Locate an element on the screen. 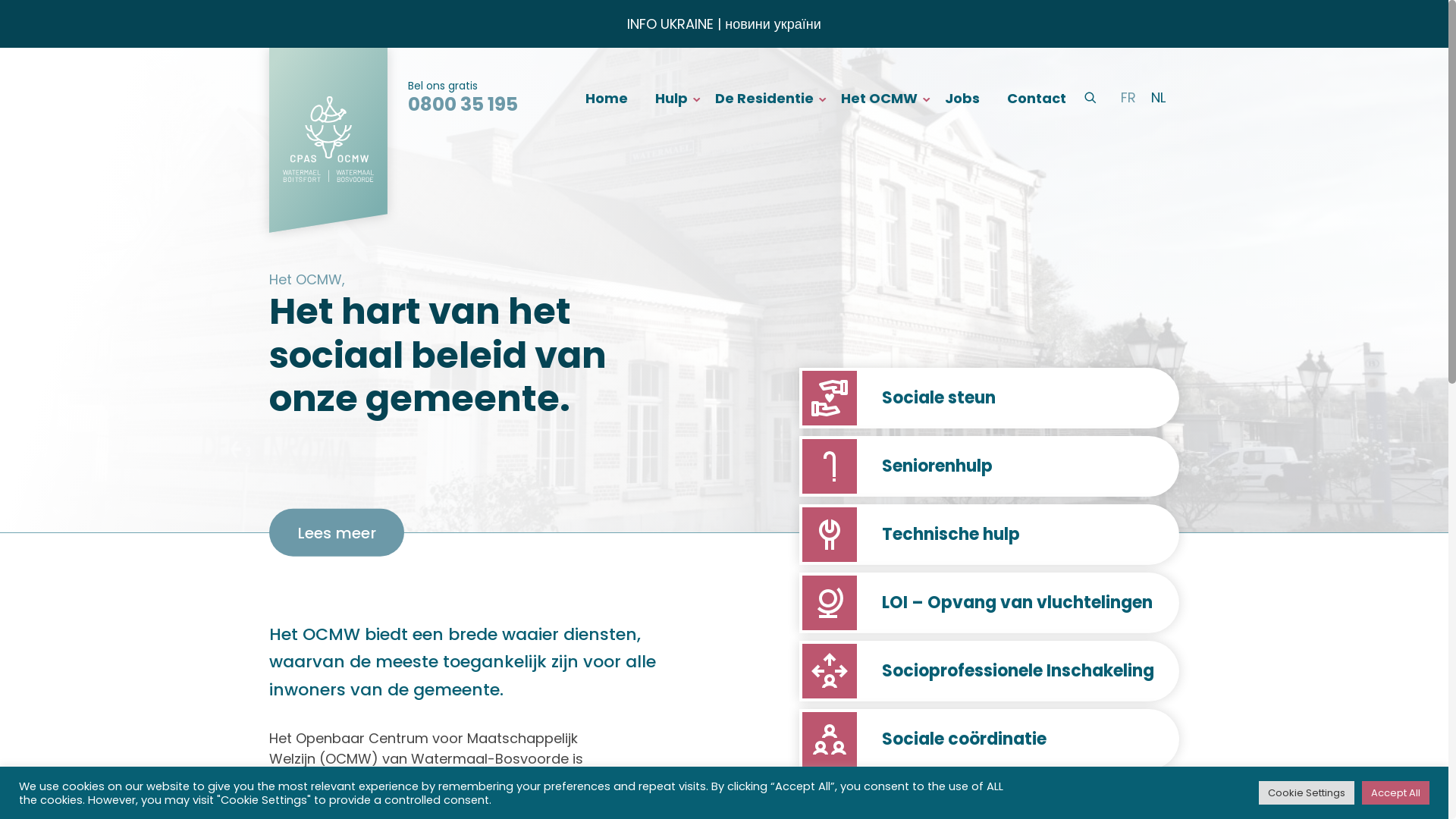 This screenshot has height=819, width=1456. 'Accept All' is located at coordinates (1395, 792).